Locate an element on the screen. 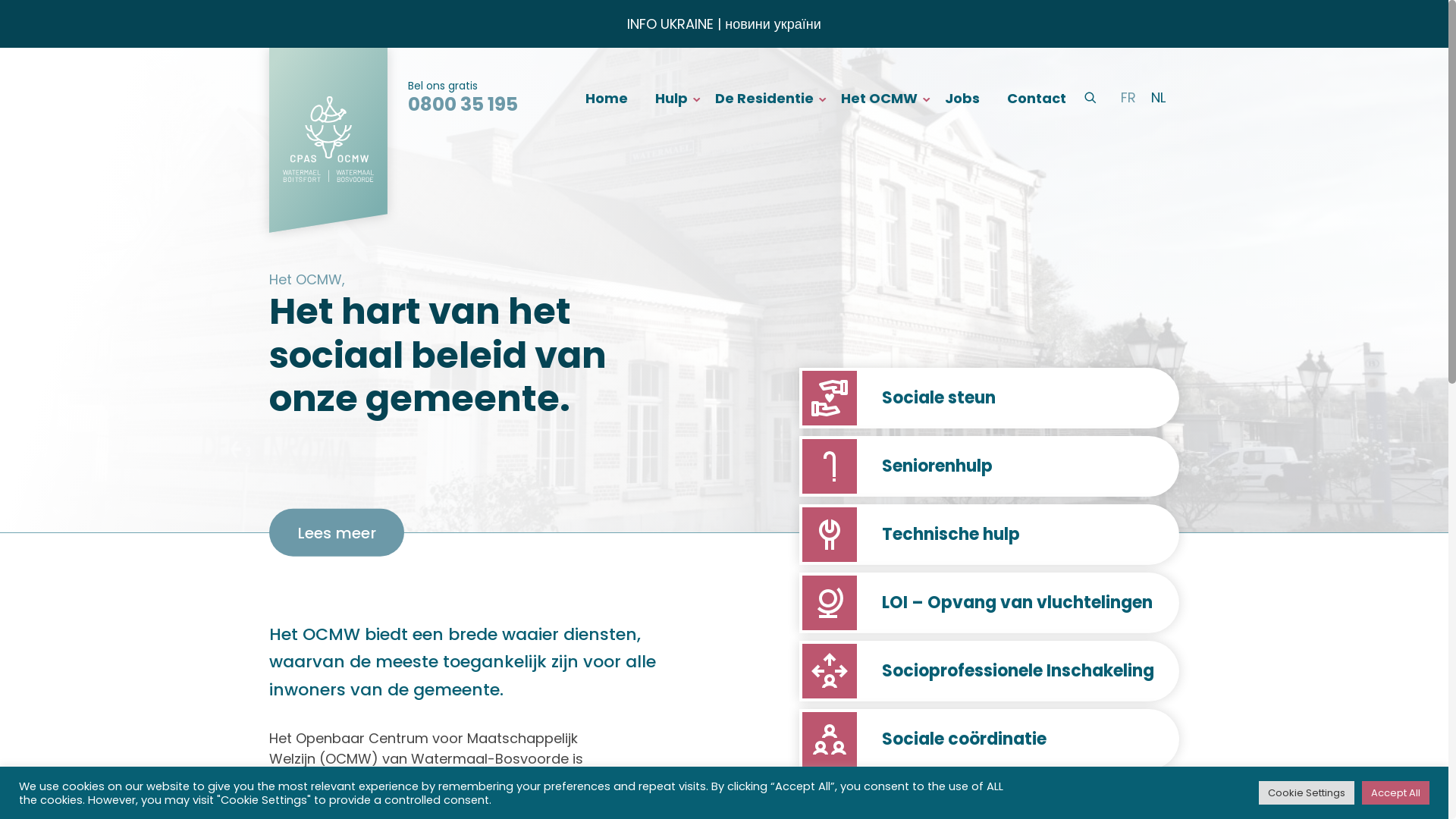 This screenshot has height=819, width=1456. 'Accept All' is located at coordinates (1395, 792).